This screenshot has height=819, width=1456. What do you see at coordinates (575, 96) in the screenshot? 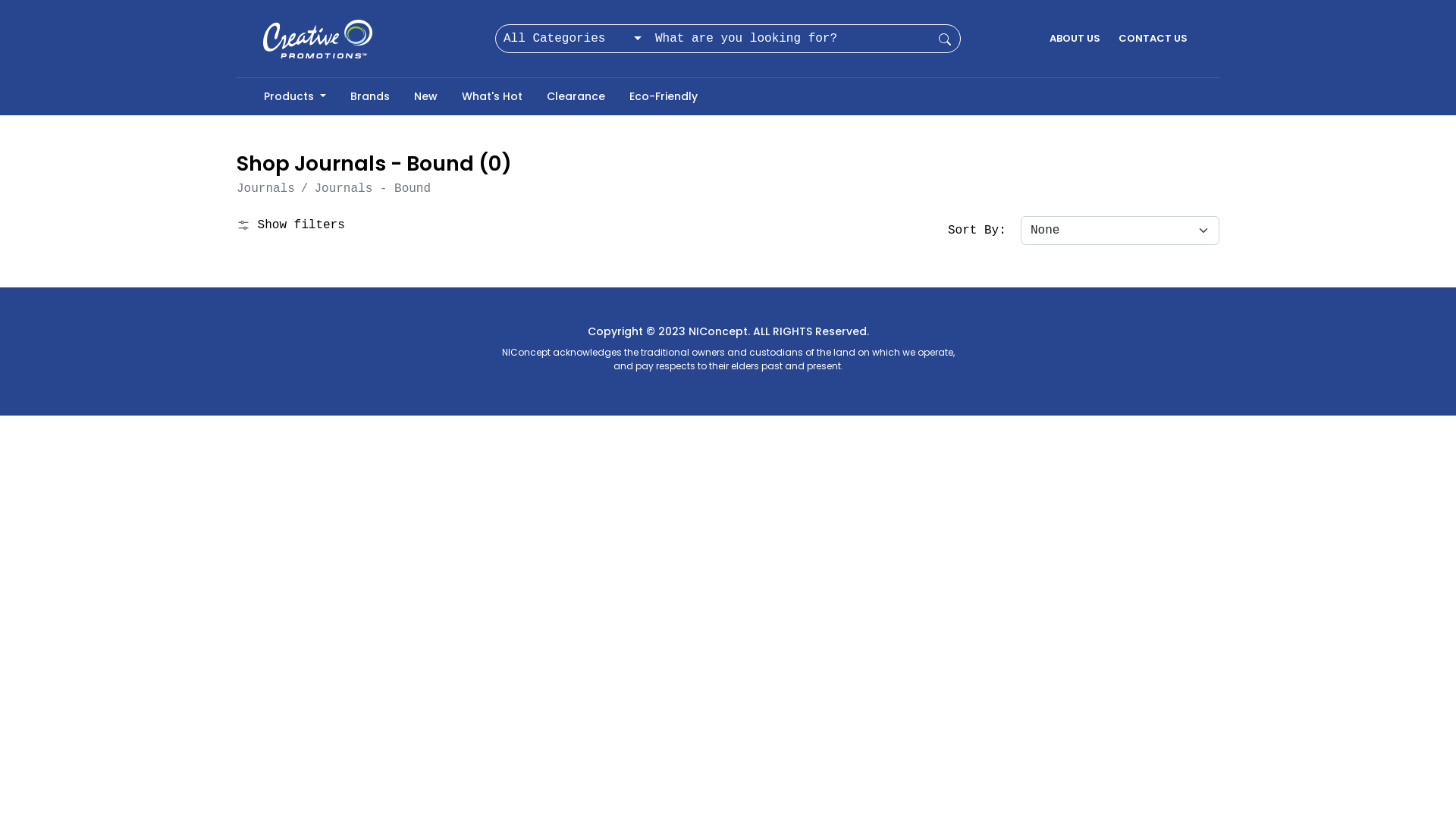
I see `'Clearance'` at bounding box center [575, 96].